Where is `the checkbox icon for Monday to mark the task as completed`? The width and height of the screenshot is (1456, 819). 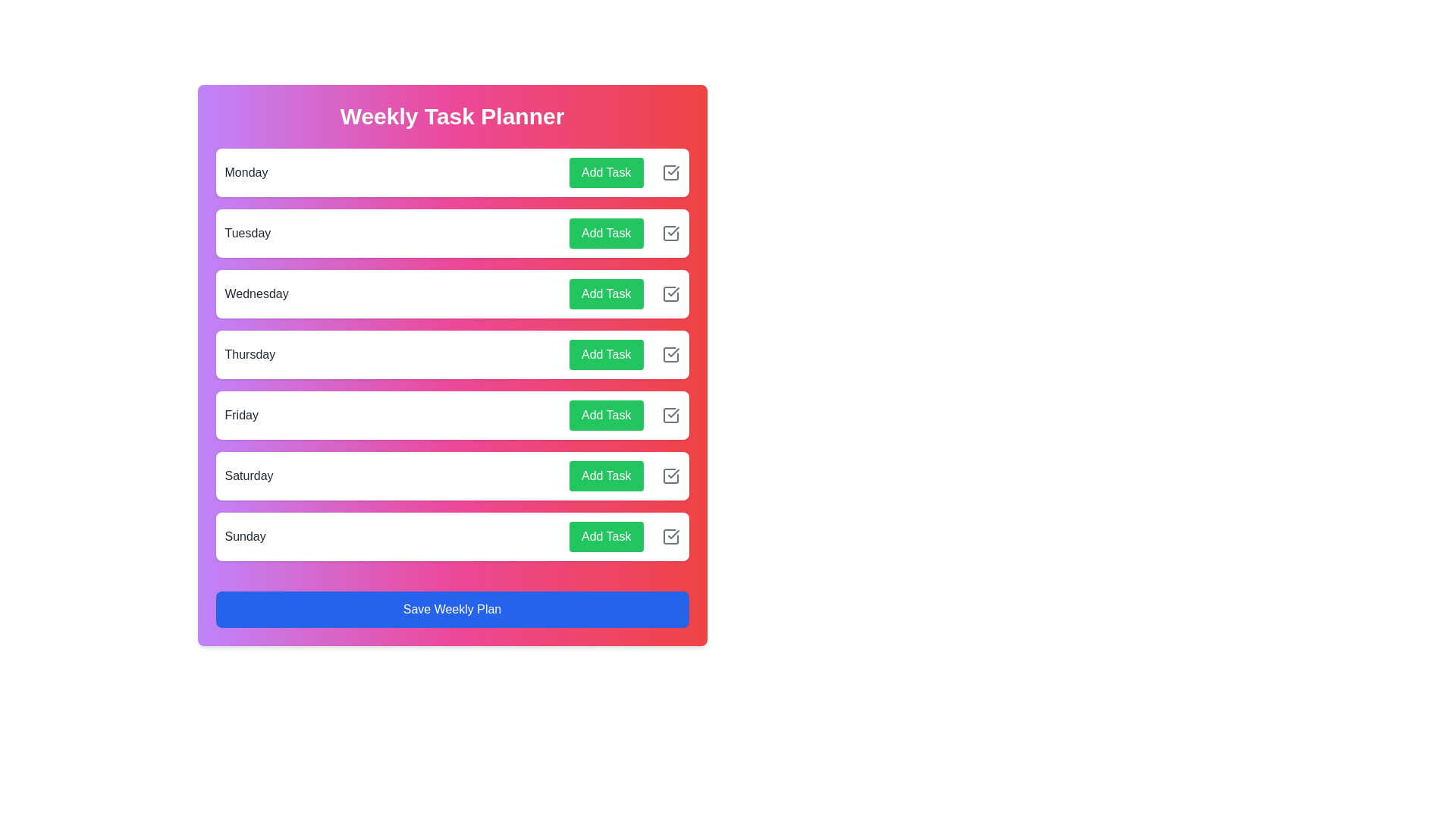 the checkbox icon for Monday to mark the task as completed is located at coordinates (670, 171).